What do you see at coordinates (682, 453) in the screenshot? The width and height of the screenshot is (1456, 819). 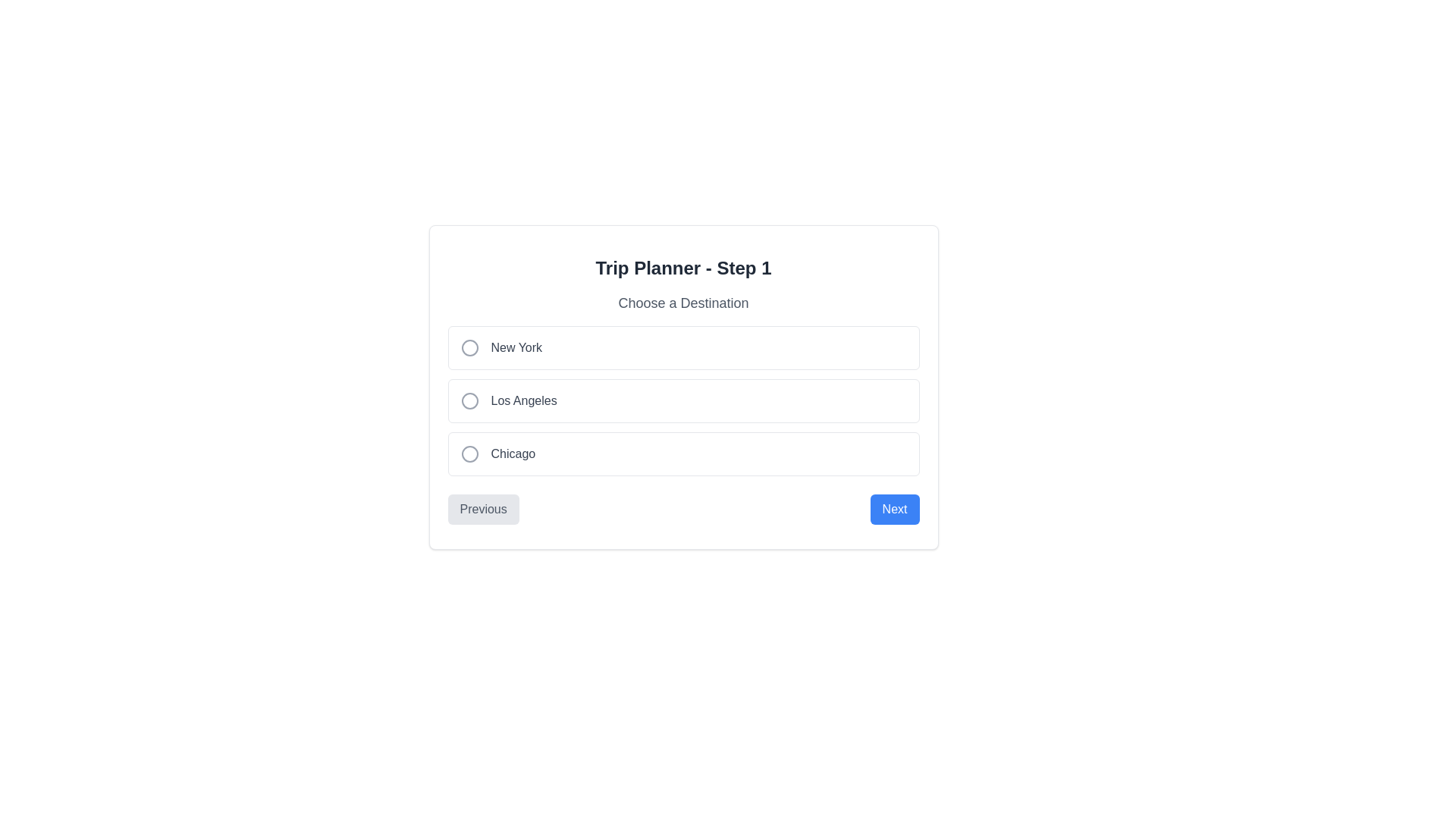 I see `the 'Chicago' radio button option, which is the third option in the vertical list of radio buttons labeled 'Choose a Destination'` at bounding box center [682, 453].